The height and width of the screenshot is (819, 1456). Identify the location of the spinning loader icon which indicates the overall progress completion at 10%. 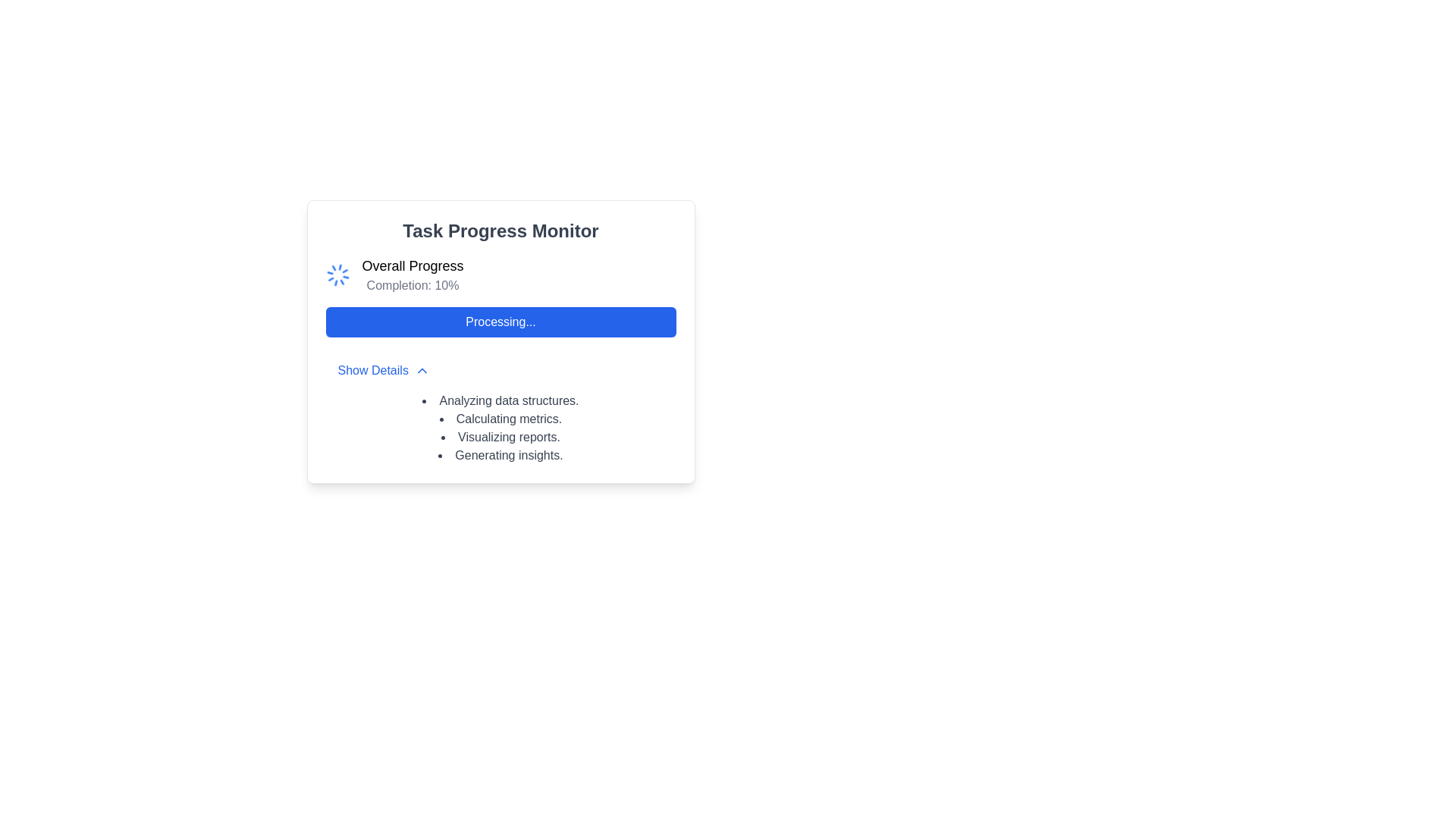
(337, 275).